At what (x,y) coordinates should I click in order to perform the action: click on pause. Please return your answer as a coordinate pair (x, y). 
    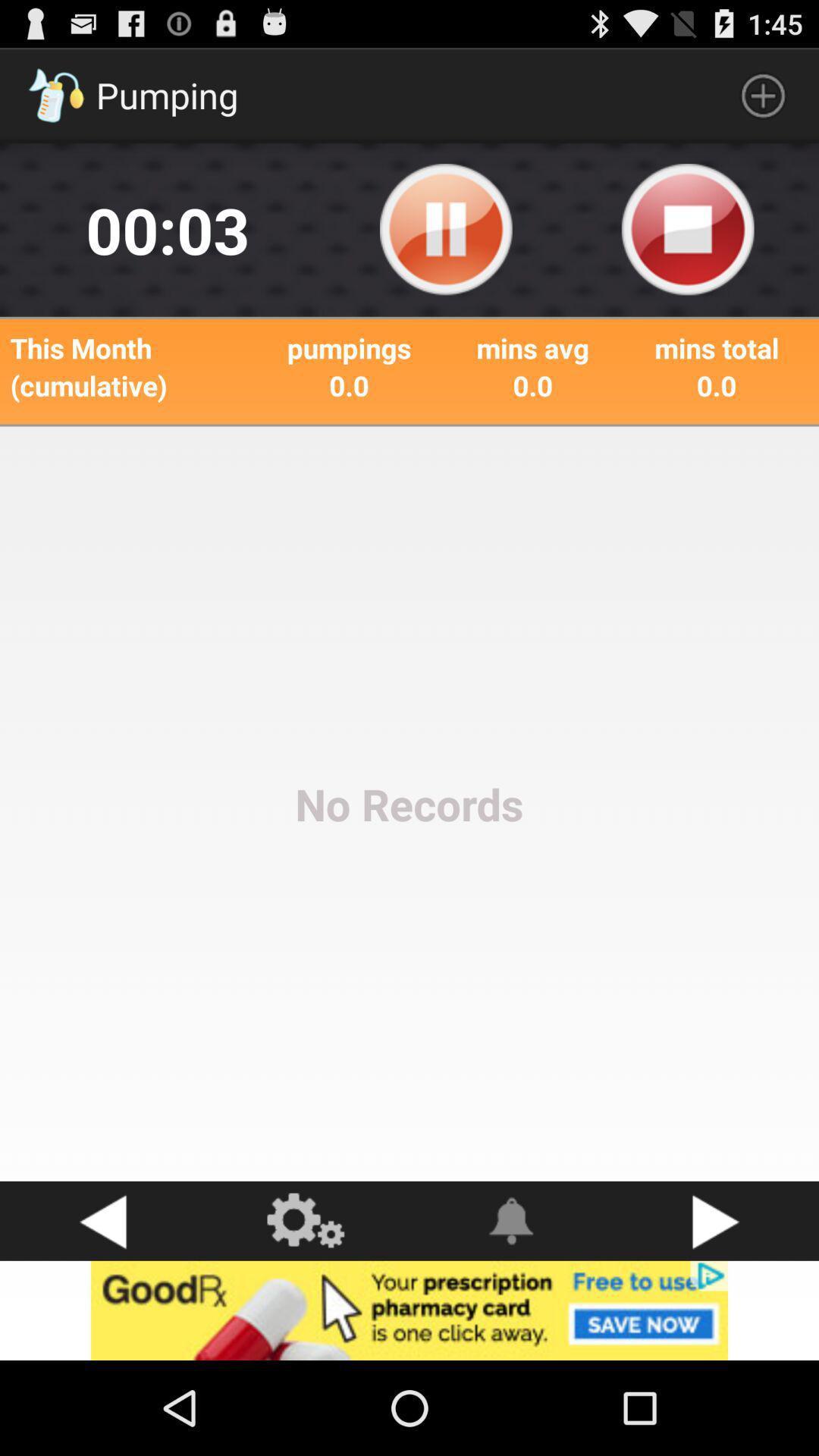
    Looking at the image, I should click on (445, 229).